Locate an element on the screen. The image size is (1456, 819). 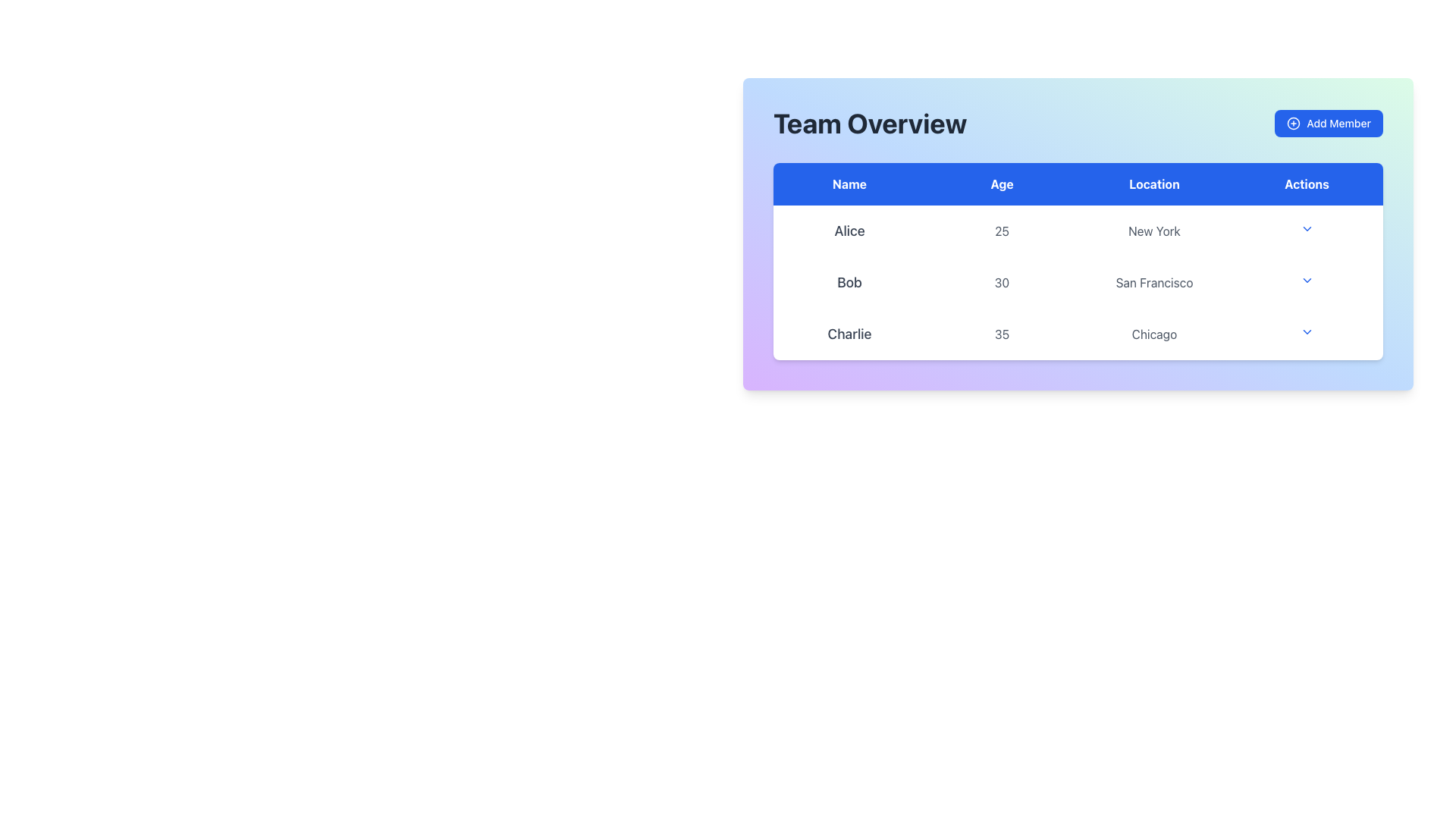
the first row of a table displaying user information, including name, age, and location is located at coordinates (1077, 231).